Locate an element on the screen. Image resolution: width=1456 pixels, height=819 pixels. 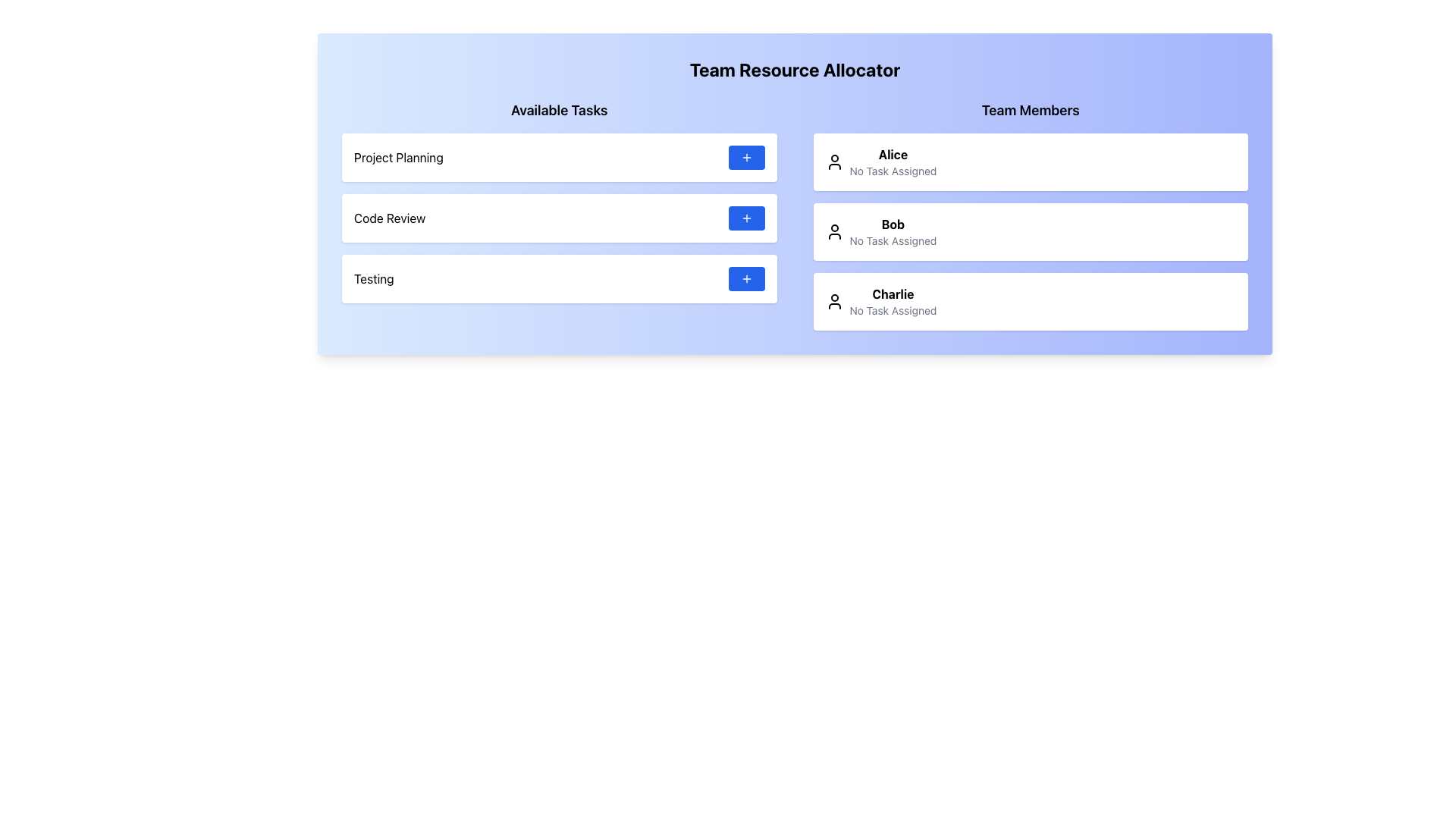
the third informational card representing a team member's information in the resource allocation interface, located under the 'Team Members' section is located at coordinates (1031, 301).